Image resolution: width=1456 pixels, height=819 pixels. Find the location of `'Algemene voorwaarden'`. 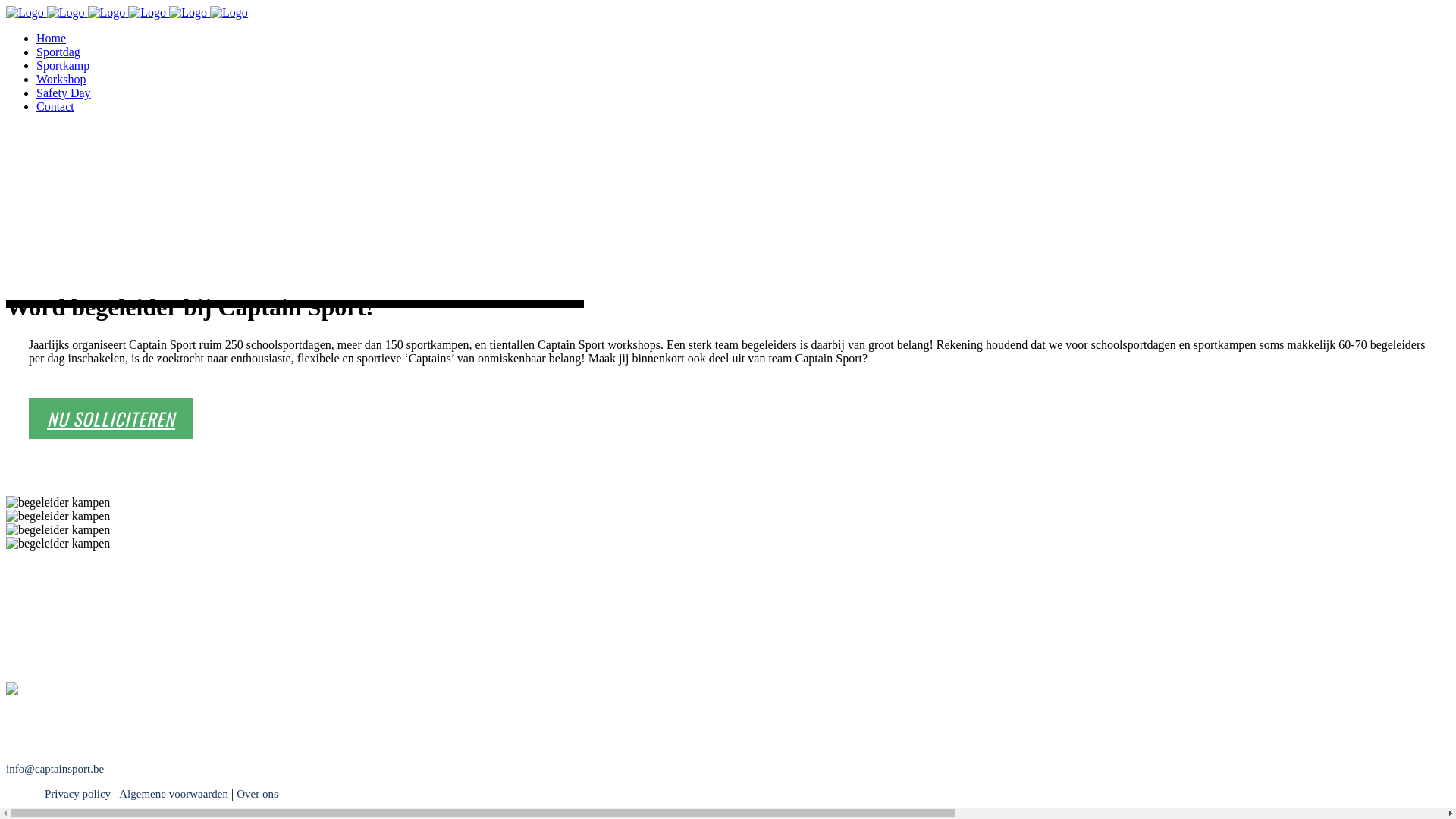

'Algemene voorwaarden' is located at coordinates (174, 792).